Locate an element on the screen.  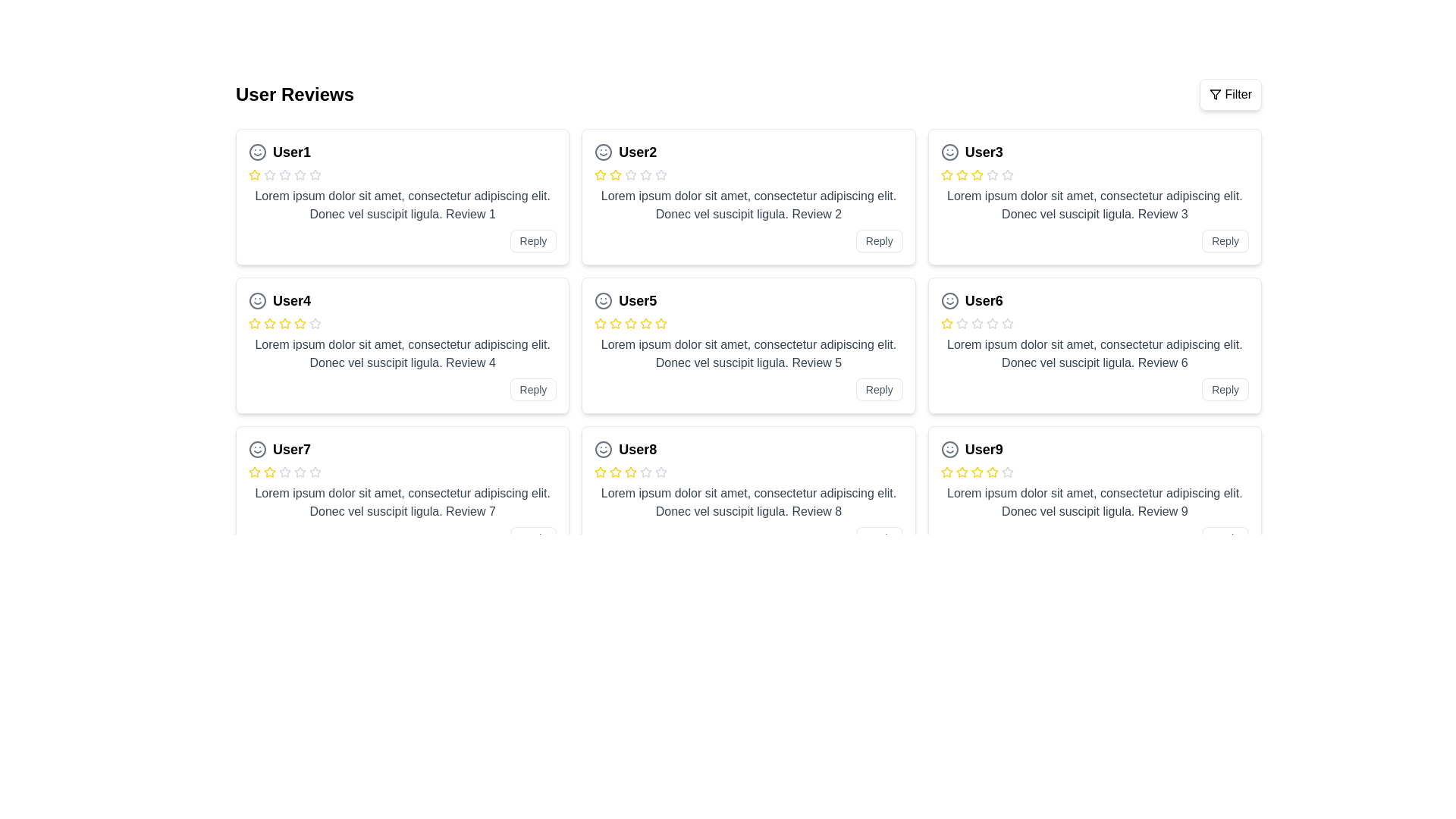
the circular graphical icon representing a smiling face associated with 'User3' in the review system is located at coordinates (949, 152).